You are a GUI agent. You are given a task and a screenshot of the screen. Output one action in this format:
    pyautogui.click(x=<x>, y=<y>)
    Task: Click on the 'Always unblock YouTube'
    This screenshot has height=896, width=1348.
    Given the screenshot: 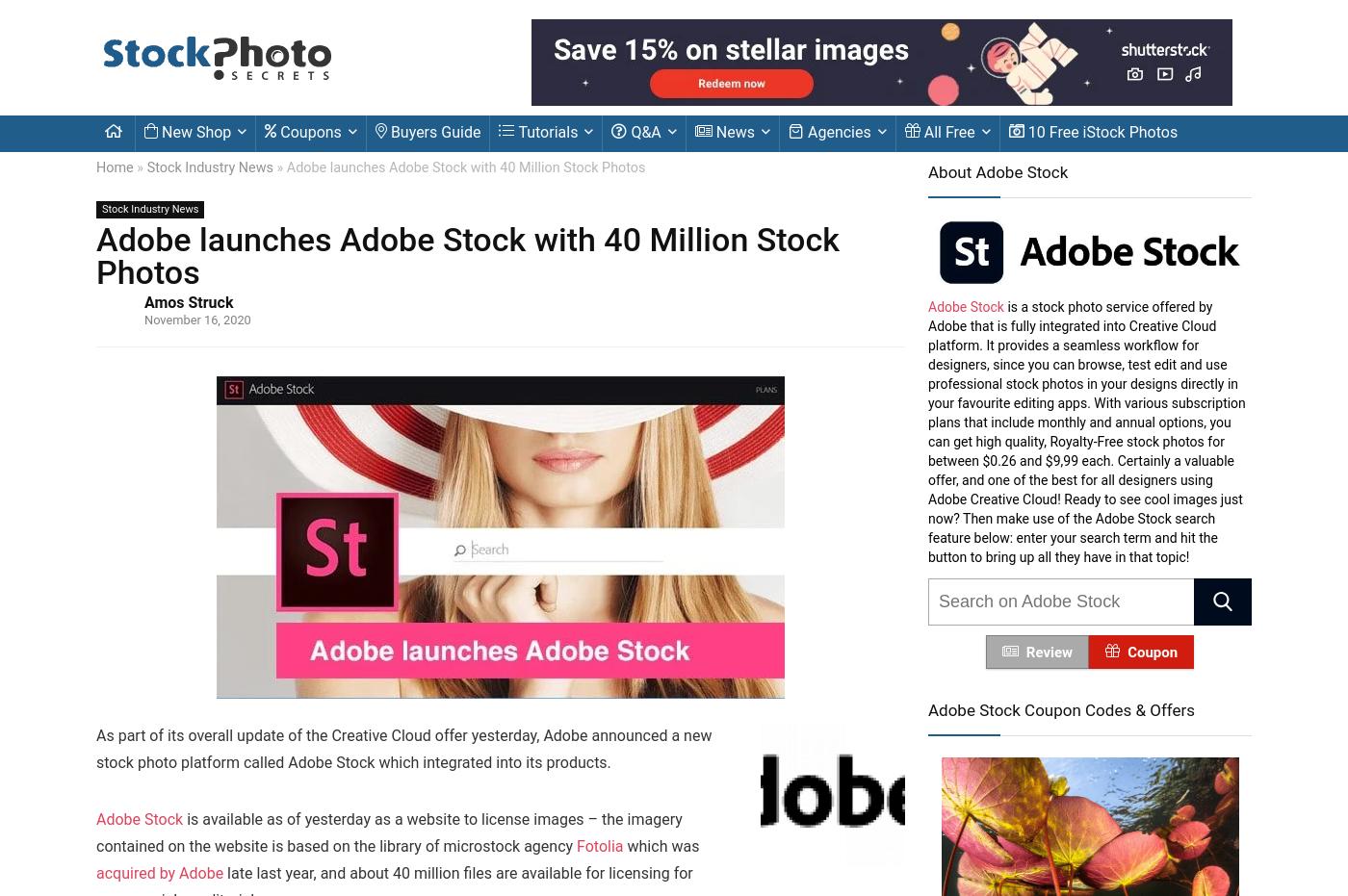 What is the action you would take?
    pyautogui.click(x=507, y=109)
    